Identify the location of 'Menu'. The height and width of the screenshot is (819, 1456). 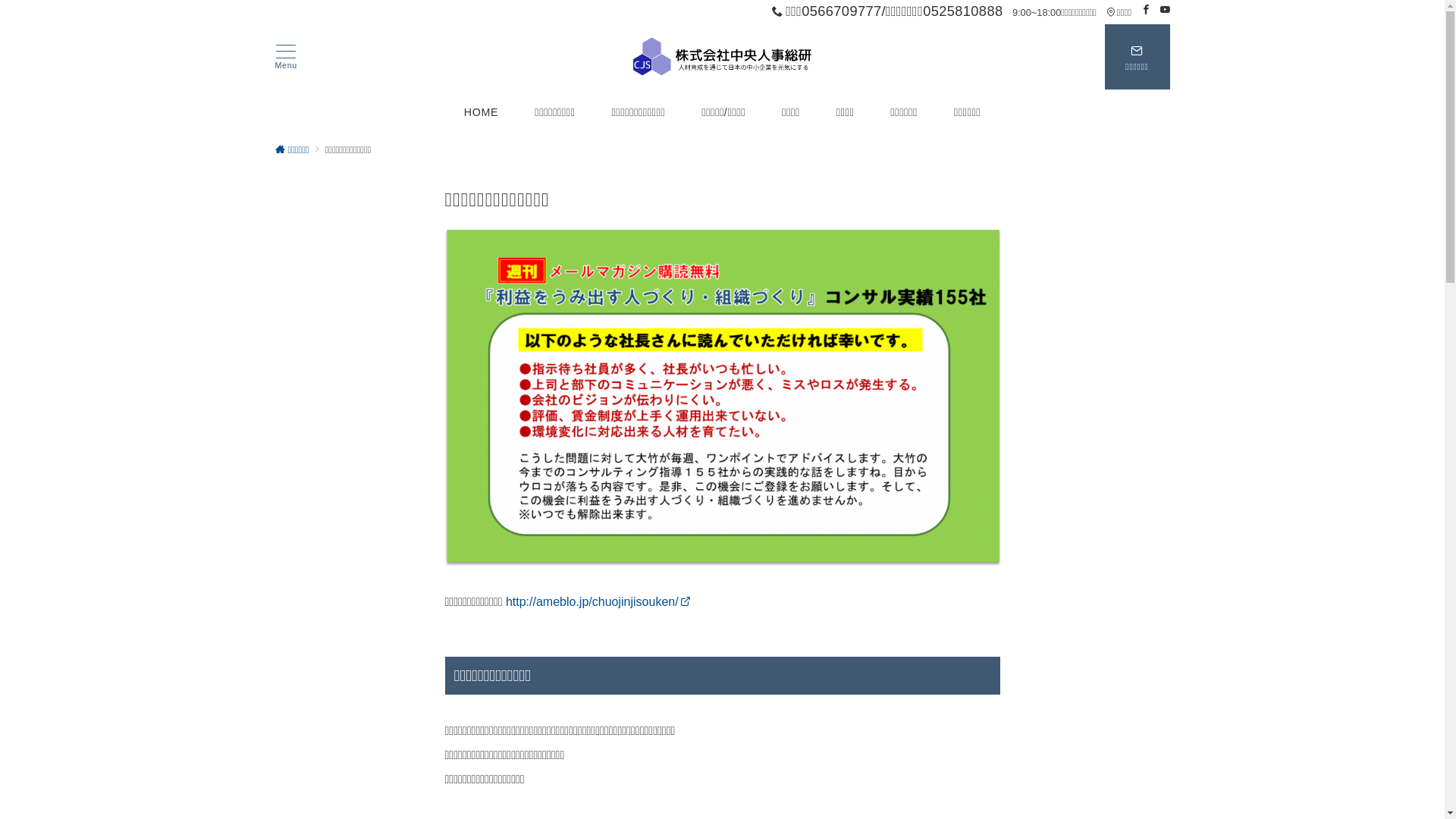
(286, 56).